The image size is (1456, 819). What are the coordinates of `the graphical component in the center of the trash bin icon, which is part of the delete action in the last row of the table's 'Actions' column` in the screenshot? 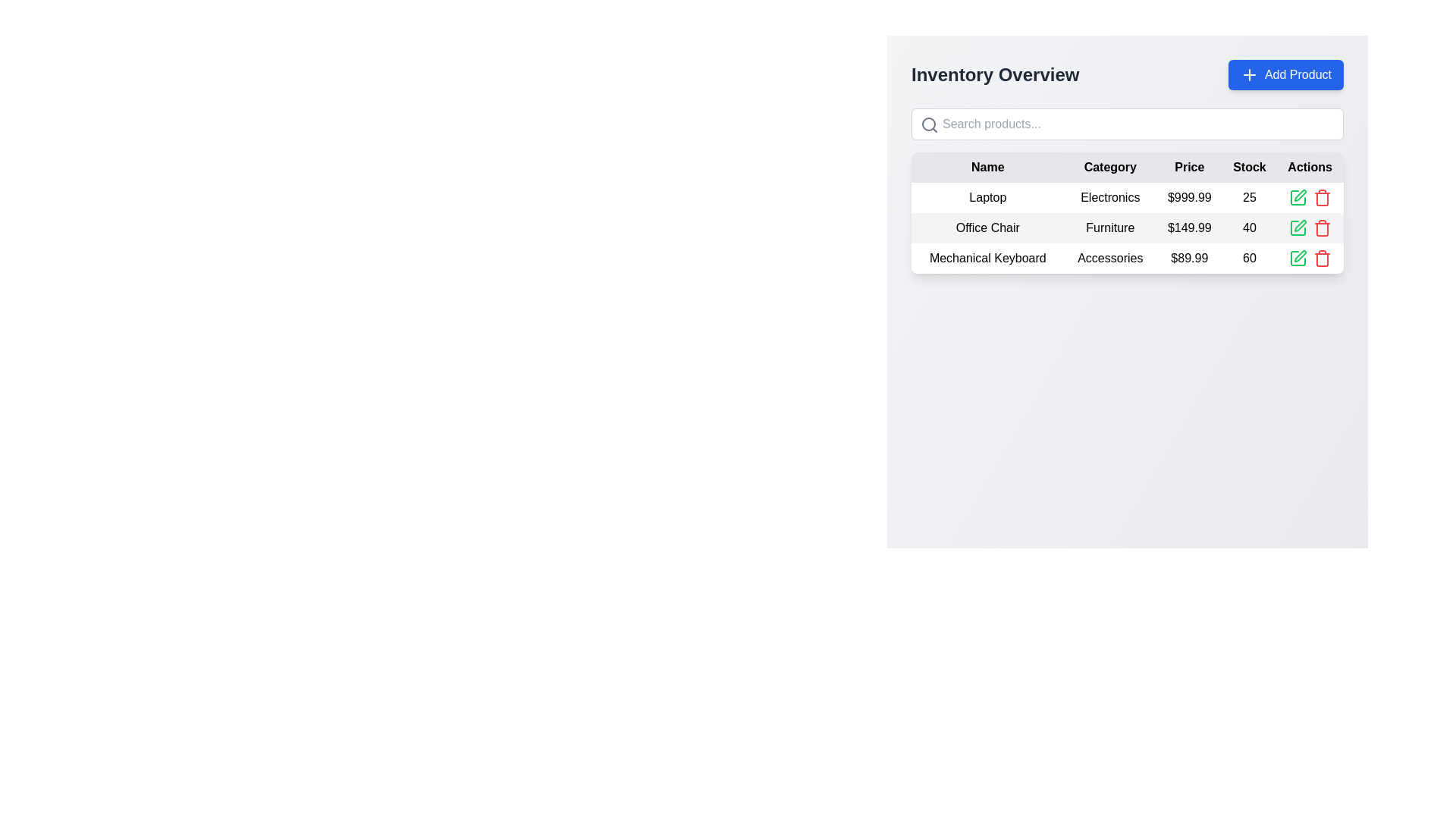 It's located at (1321, 198).